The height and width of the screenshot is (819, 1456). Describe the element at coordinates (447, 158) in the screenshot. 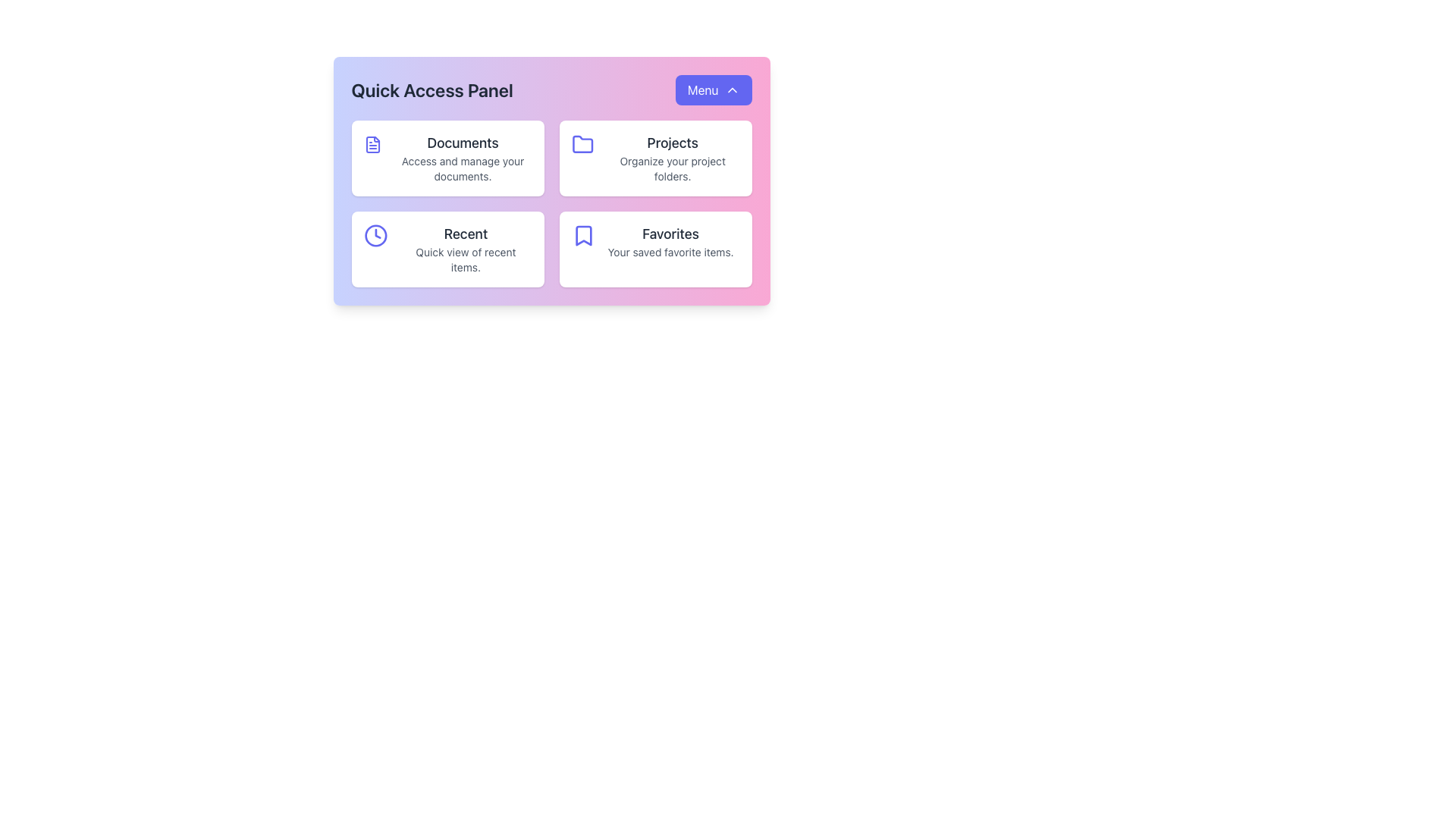

I see `the informational card button in the top-left corner of the Quick Access Panel` at that location.